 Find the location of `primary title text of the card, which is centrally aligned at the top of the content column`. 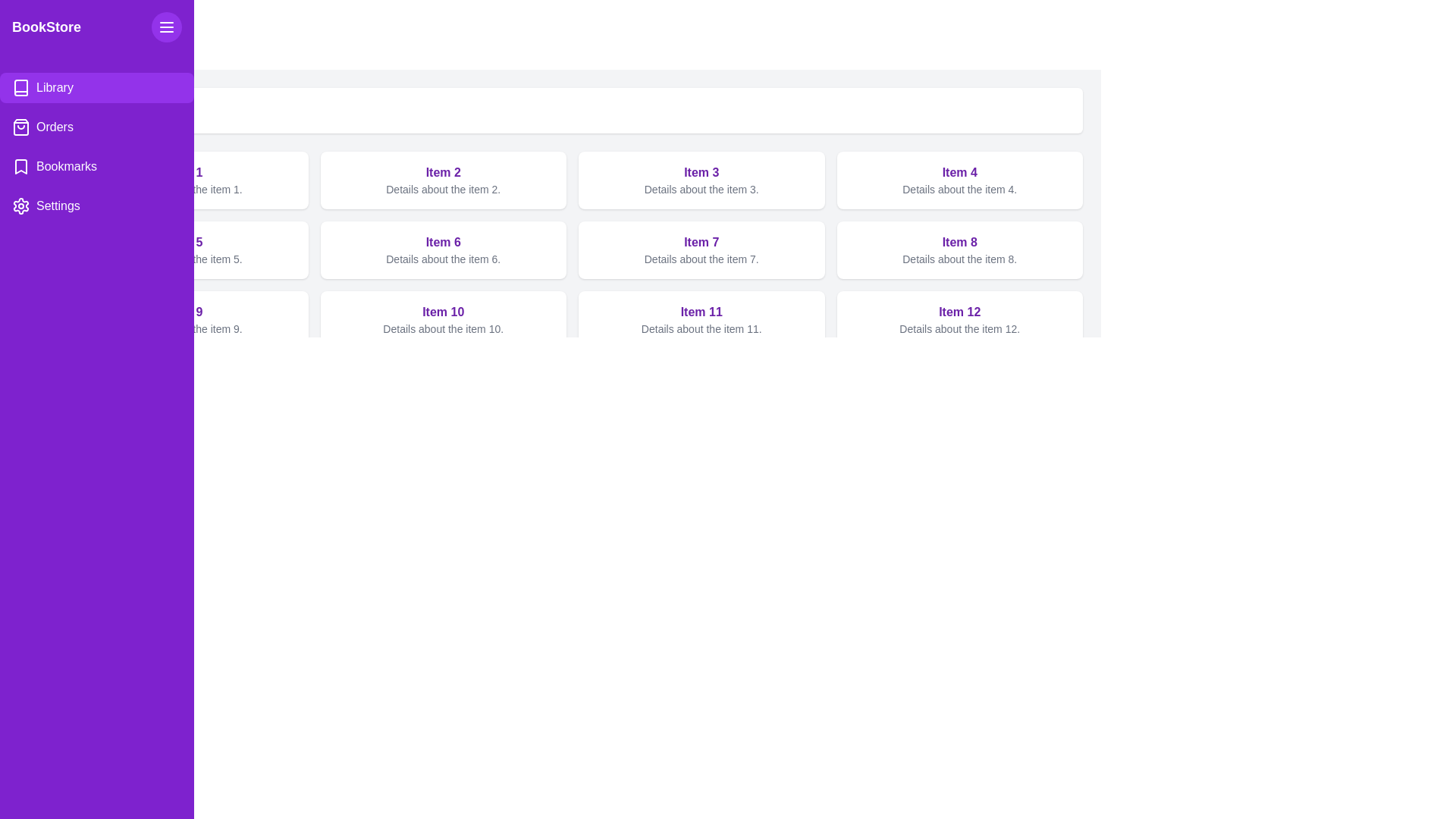

primary title text of the card, which is centrally aligned at the top of the content column is located at coordinates (701, 312).